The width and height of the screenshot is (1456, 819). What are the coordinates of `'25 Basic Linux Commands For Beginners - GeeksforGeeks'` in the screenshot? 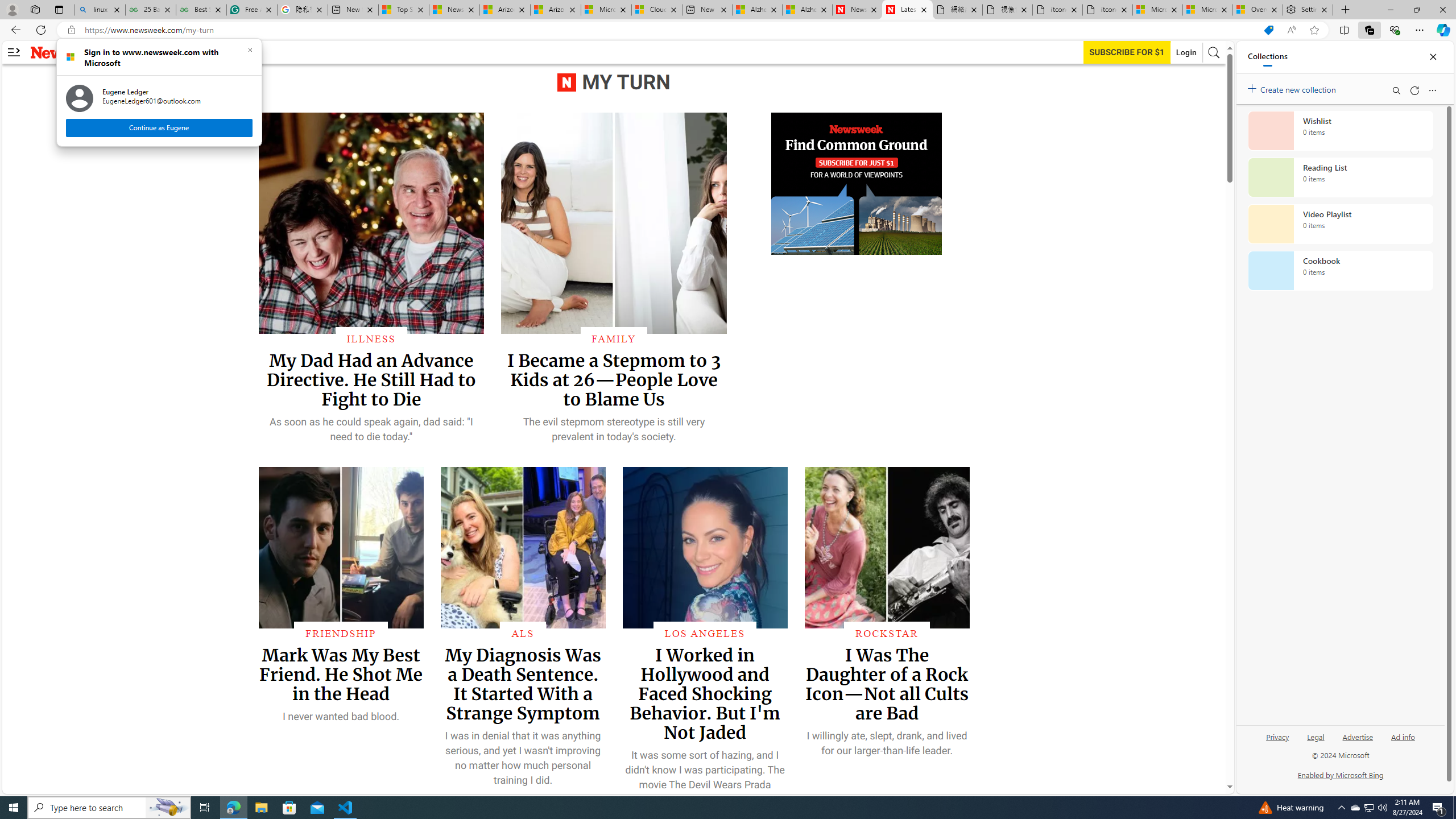 It's located at (150, 9).